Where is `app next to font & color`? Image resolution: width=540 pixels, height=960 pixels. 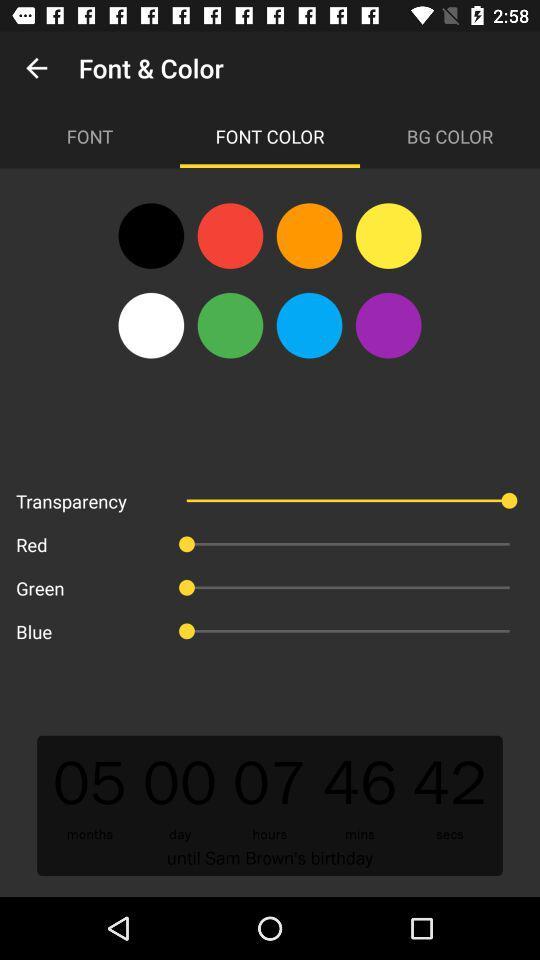
app next to font & color is located at coordinates (36, 68).